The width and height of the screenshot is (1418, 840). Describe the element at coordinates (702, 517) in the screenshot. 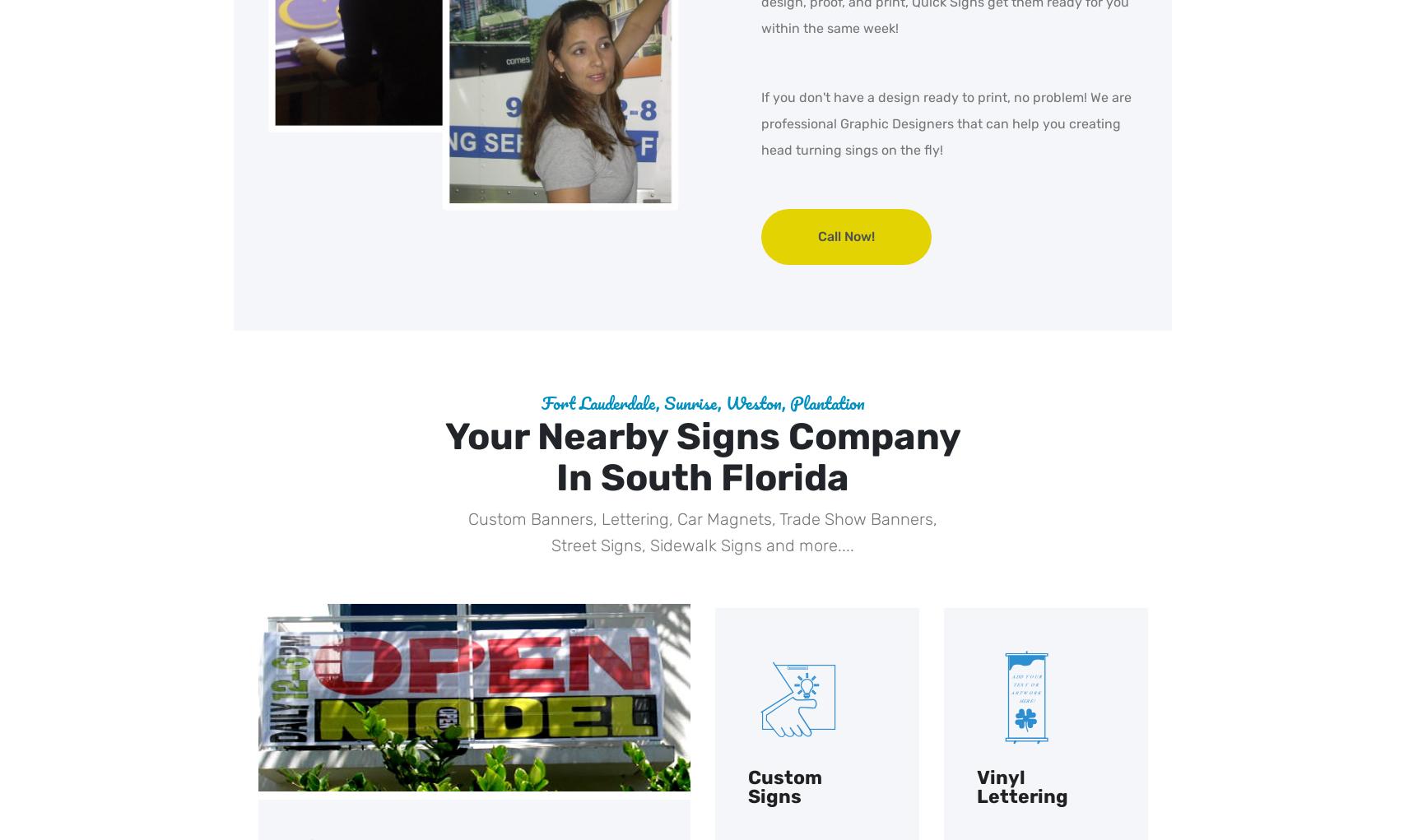

I see `'Custom Banners, Lettering, Car Magnets, Trade Show Banners,'` at that location.